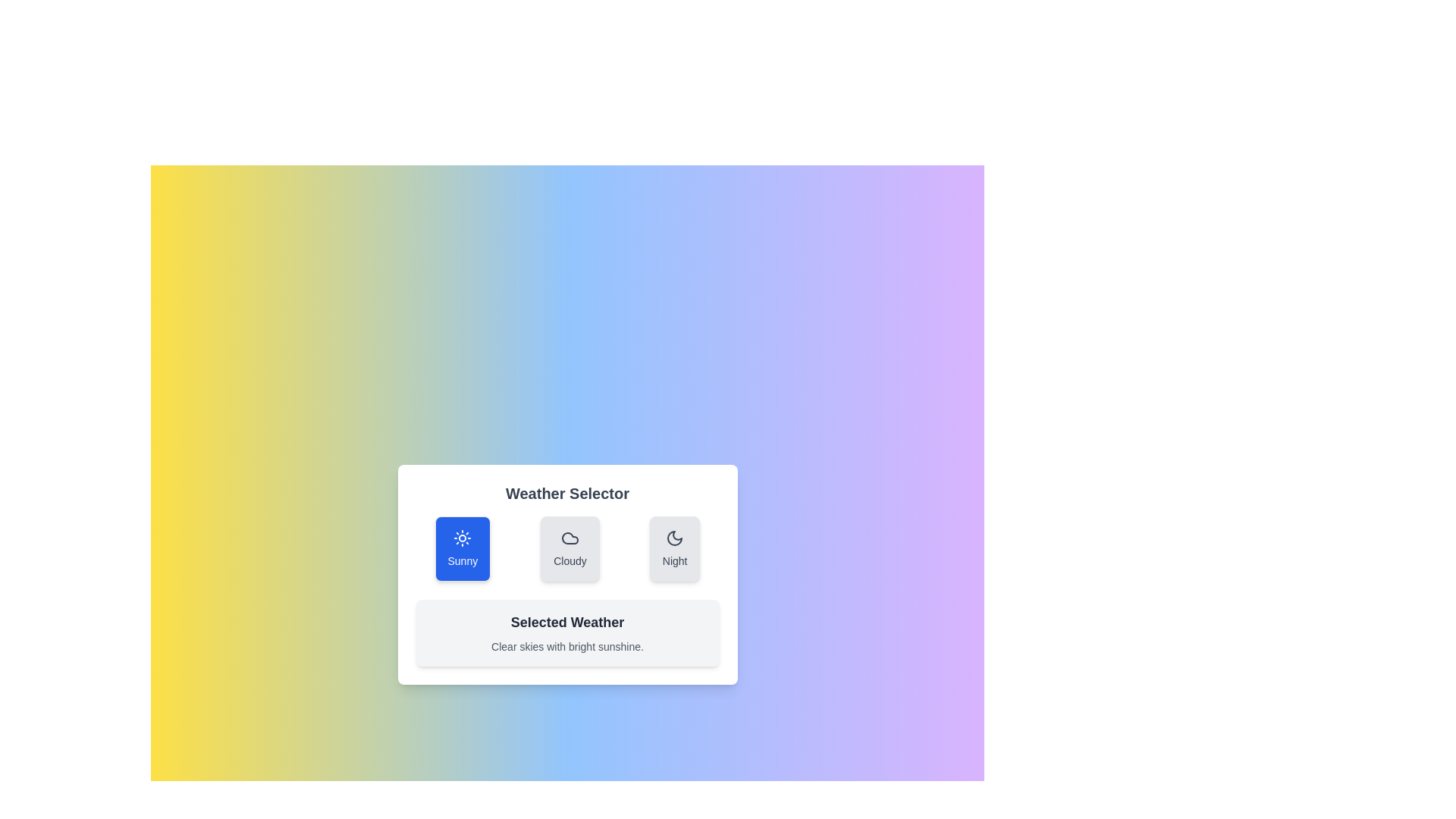 The image size is (1456, 819). I want to click on the 'Sunny' weather selection button, which is a rectangular button with rounded corners, a blue background, a sun icon at the top, and the label 'Sunny' in white text, so click(462, 549).